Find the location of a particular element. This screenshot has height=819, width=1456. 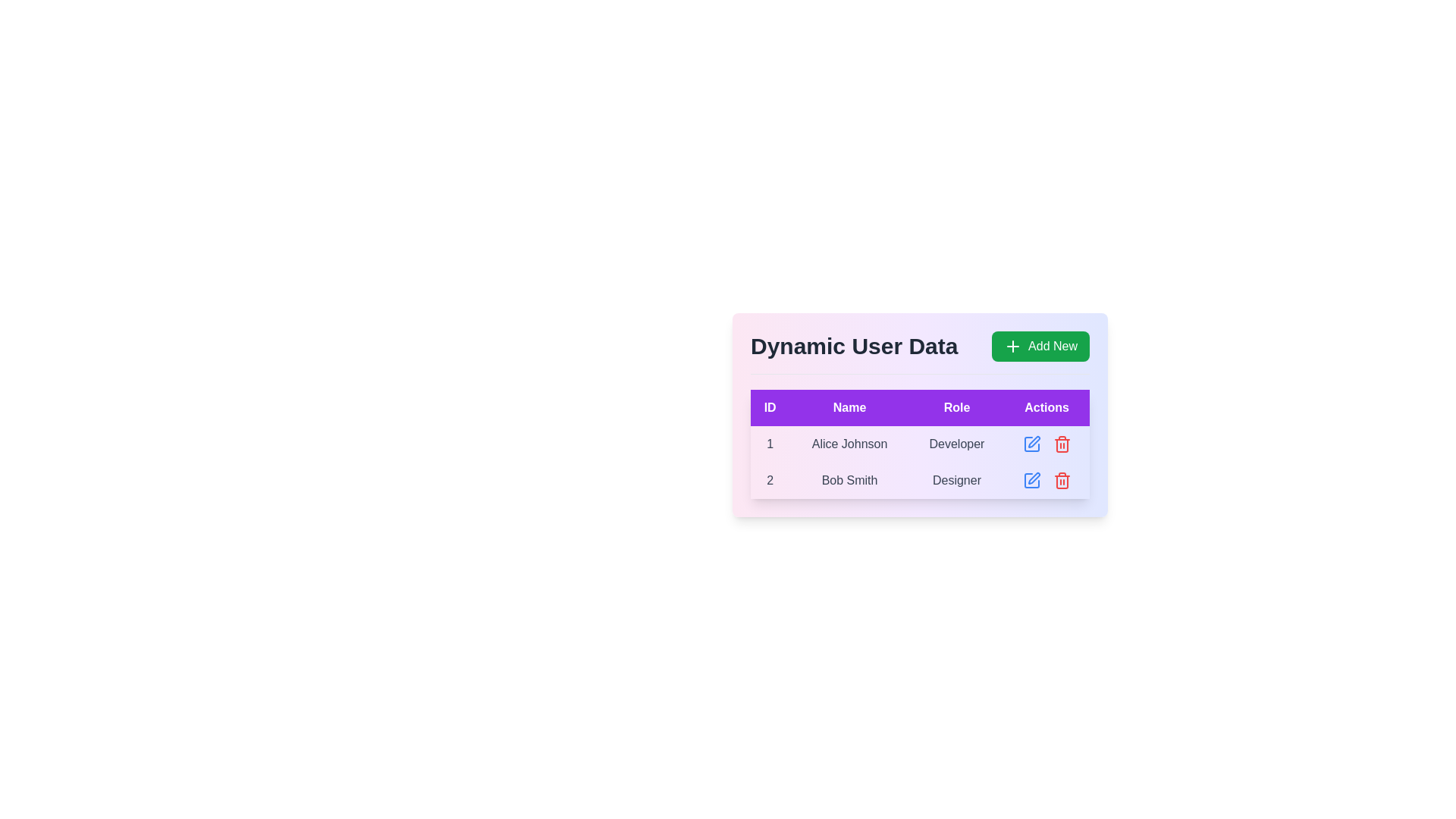

label 'Actions' from the header cell, which is the fourth column in a row of headers with a purple background and white bold text is located at coordinates (1046, 406).